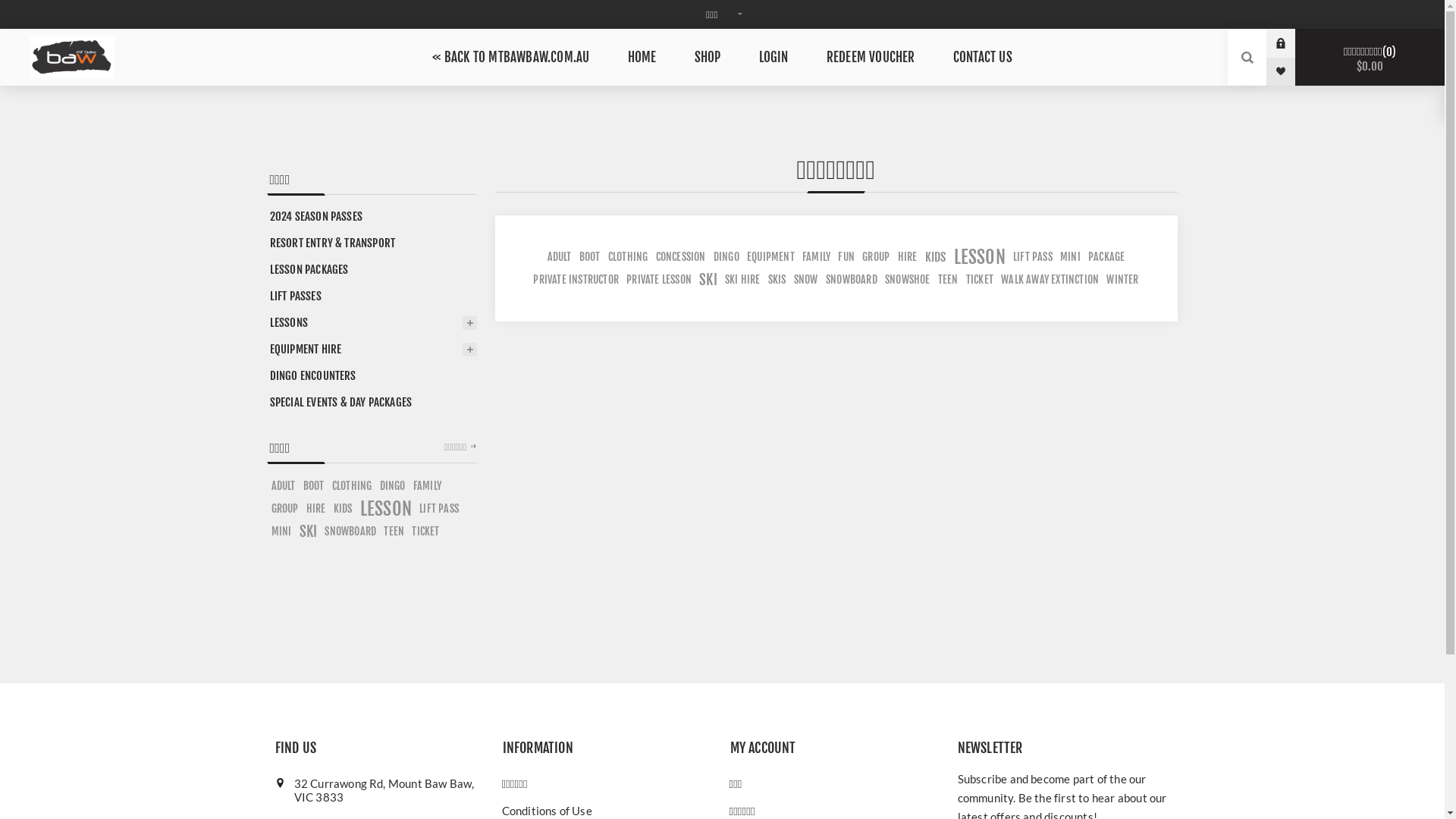 This screenshot has height=819, width=1456. What do you see at coordinates (907, 280) in the screenshot?
I see `'SNOWSHOE'` at bounding box center [907, 280].